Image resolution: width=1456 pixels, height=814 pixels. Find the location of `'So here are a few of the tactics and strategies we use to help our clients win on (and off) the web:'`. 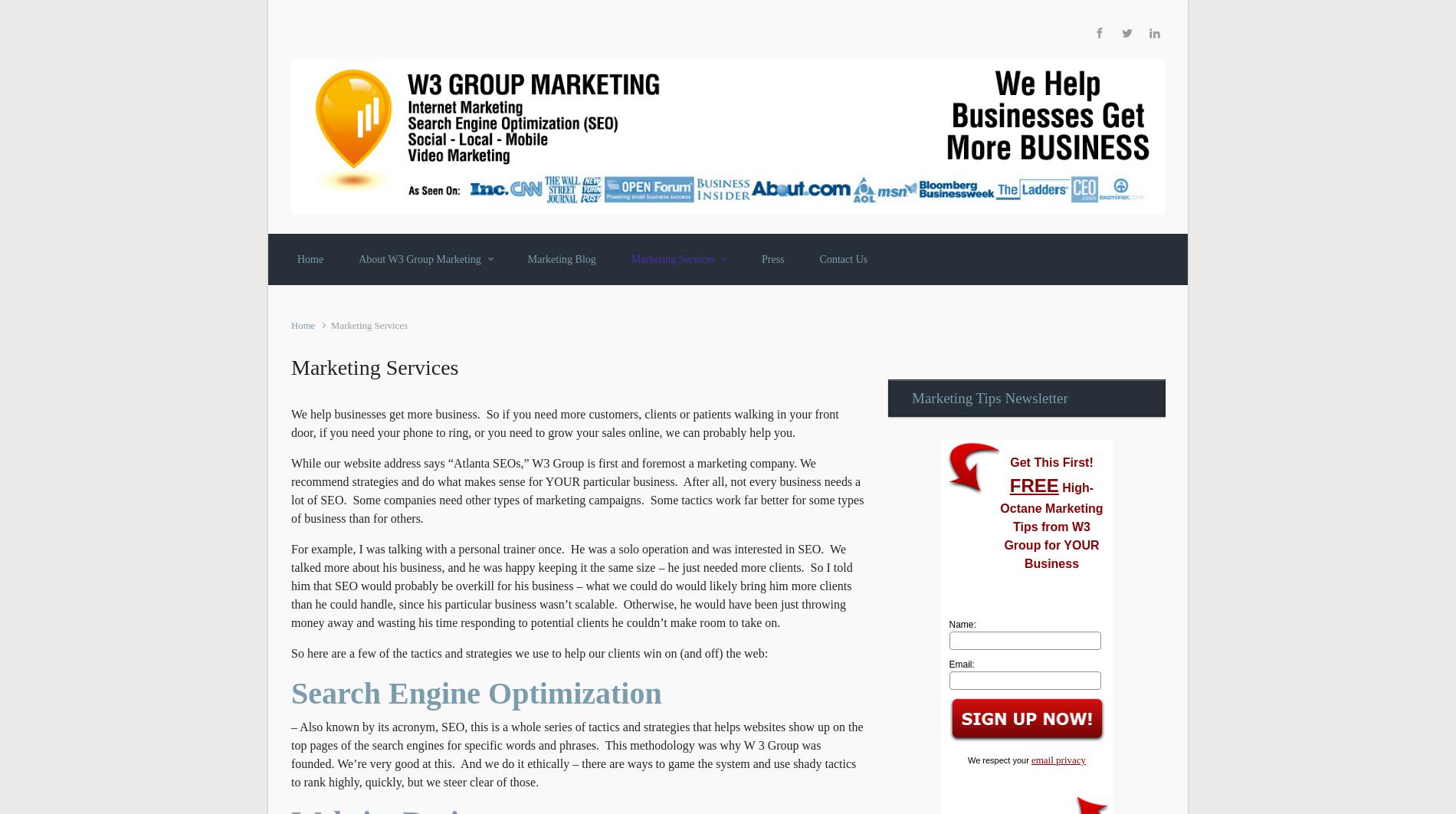

'So here are a few of the tactics and strategies we use to help our clients win on (and off) the web:' is located at coordinates (530, 652).